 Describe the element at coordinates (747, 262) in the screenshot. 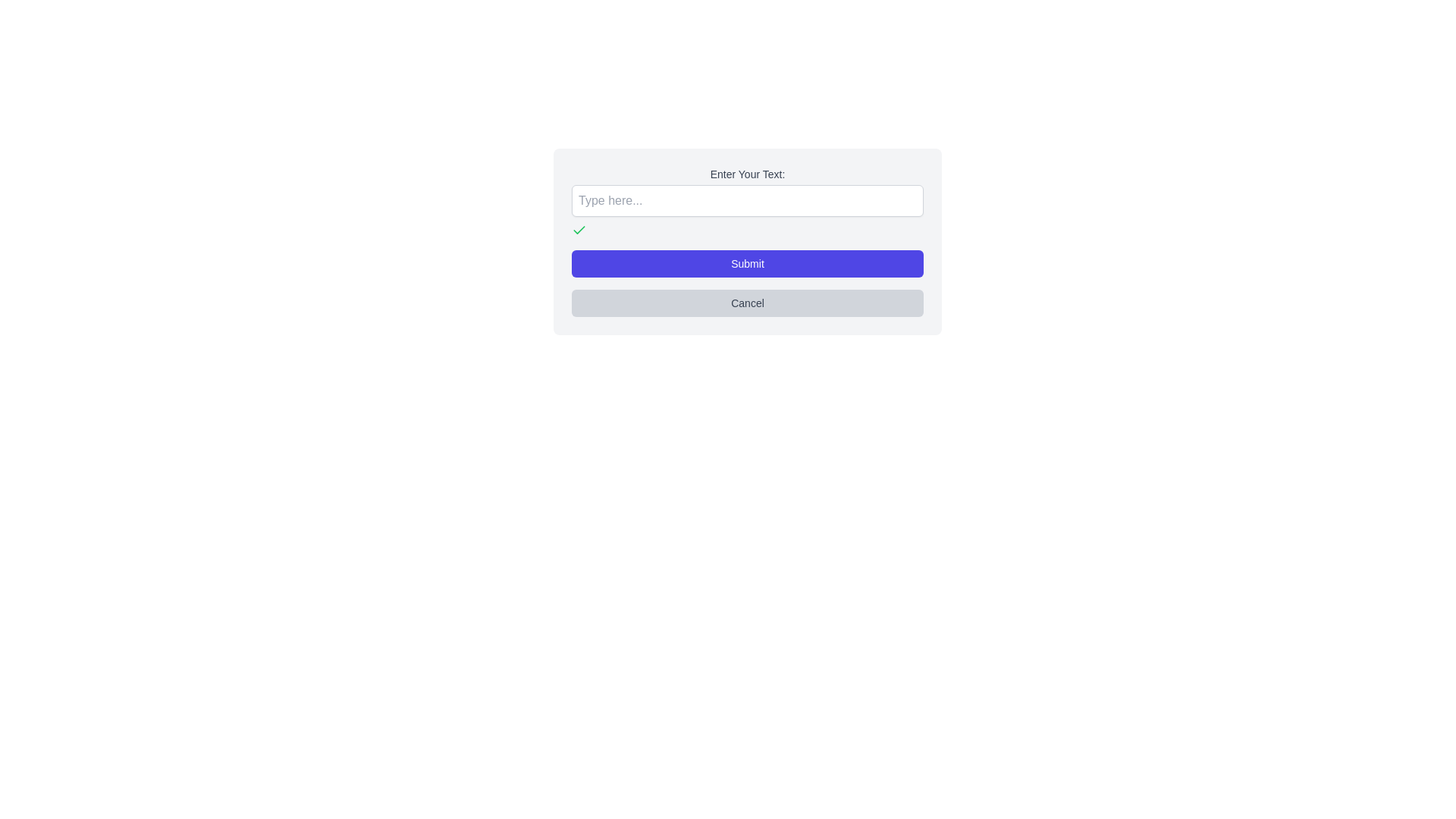

I see `the 'Submit' button with a blue background and white text` at that location.